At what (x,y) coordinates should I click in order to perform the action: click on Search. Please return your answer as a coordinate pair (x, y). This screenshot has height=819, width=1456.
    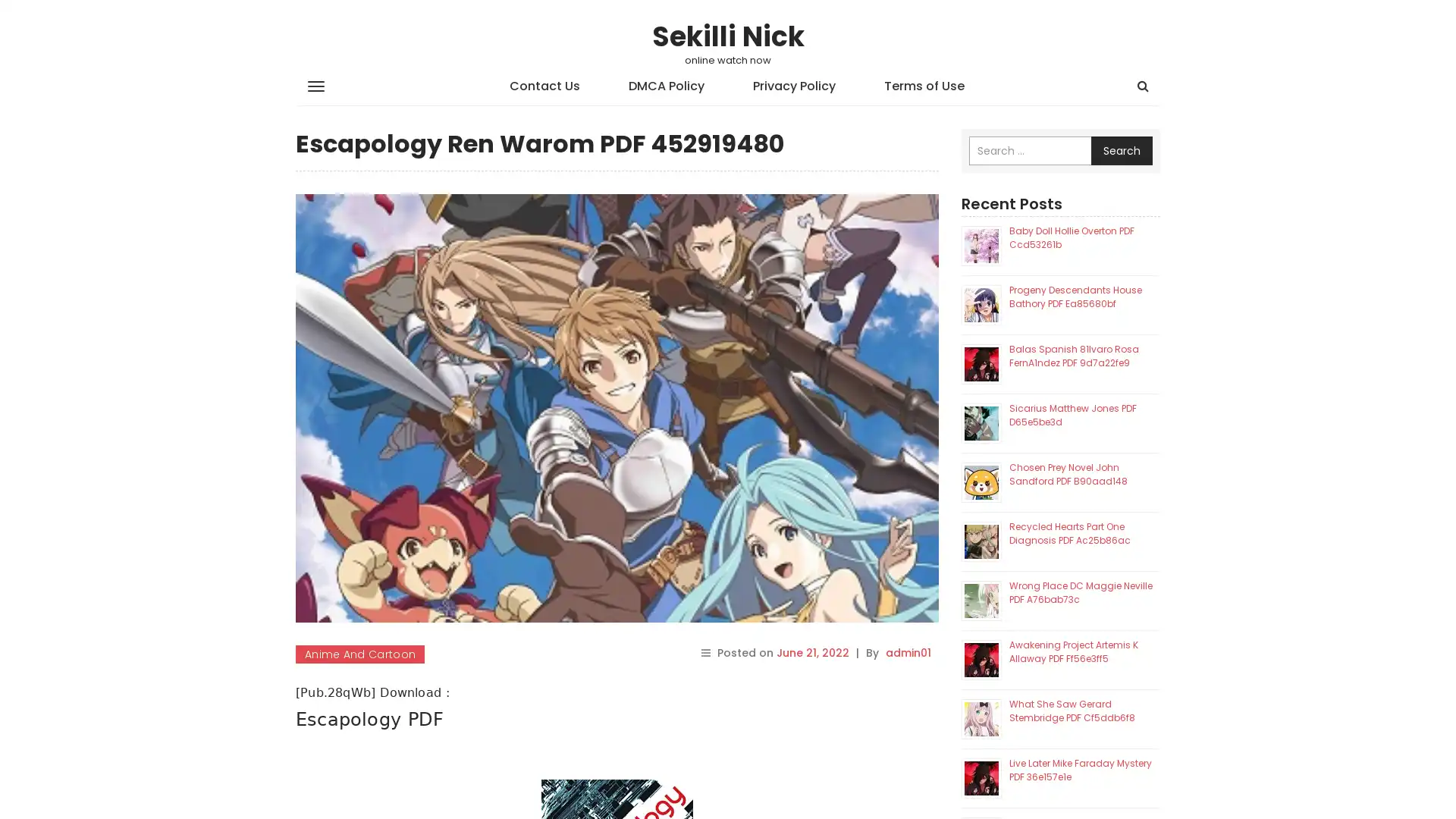
    Looking at the image, I should click on (1122, 151).